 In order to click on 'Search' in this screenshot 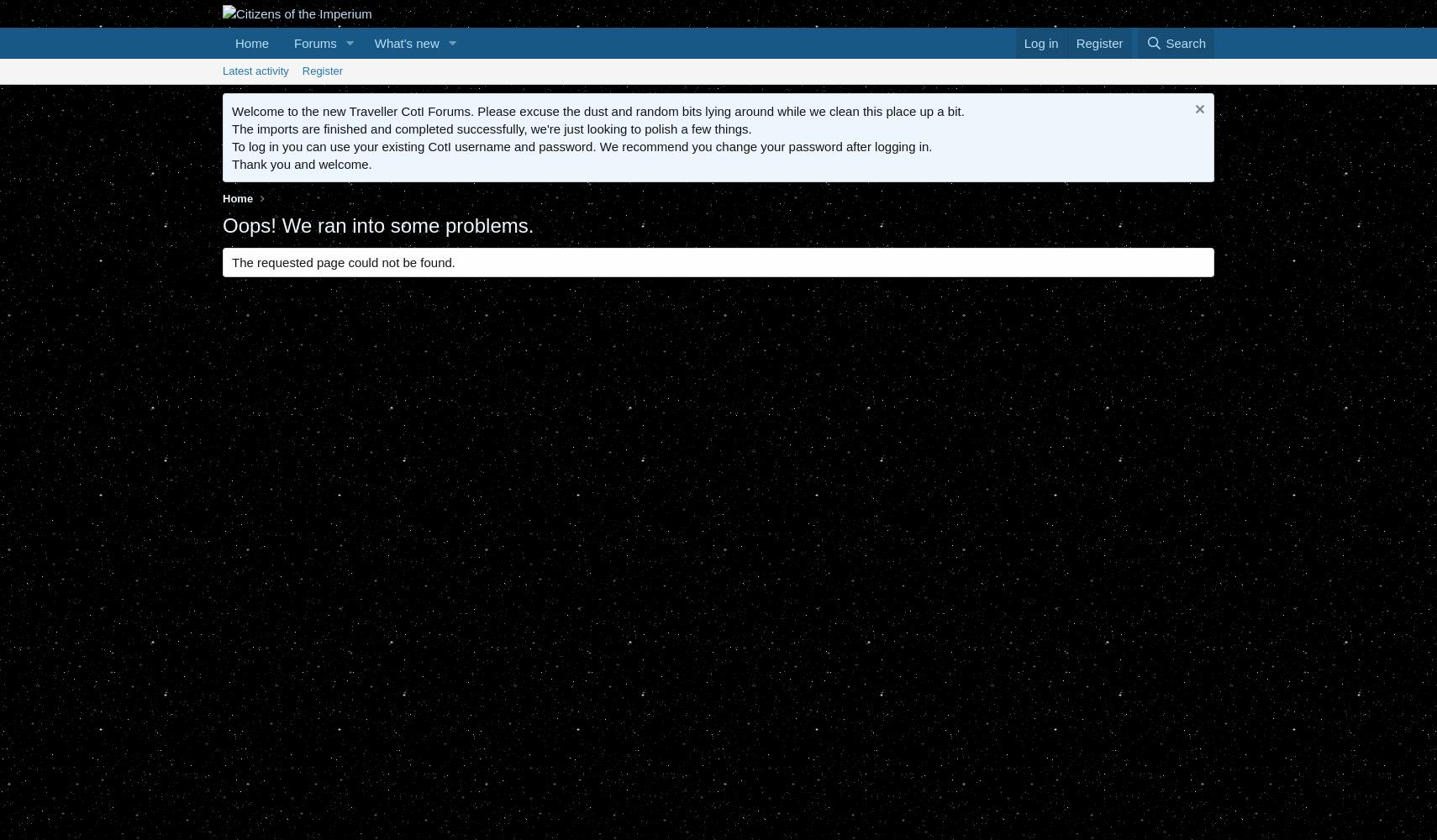, I will do `click(1165, 43)`.